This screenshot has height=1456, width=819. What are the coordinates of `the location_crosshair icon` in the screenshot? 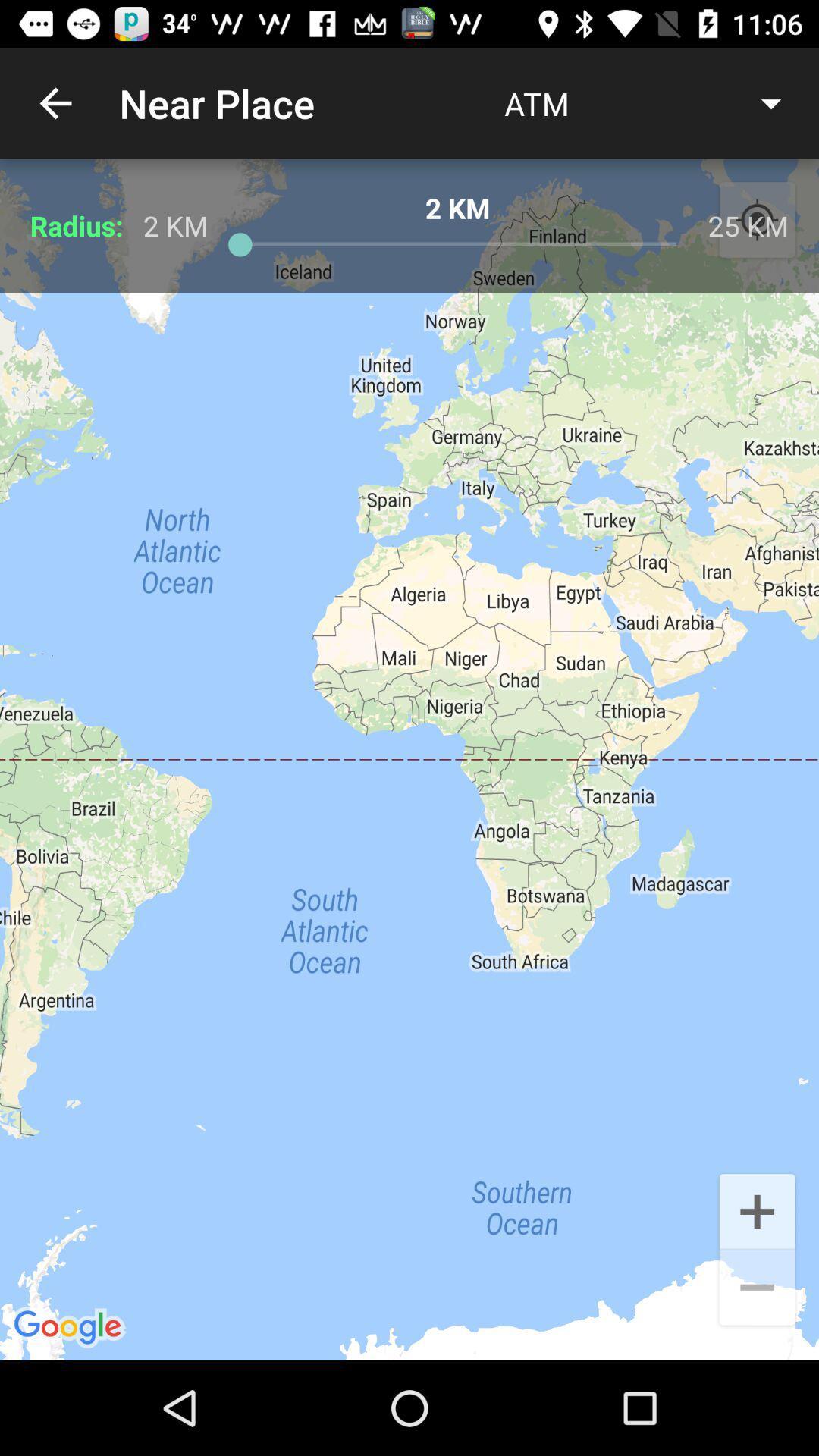 It's located at (757, 220).